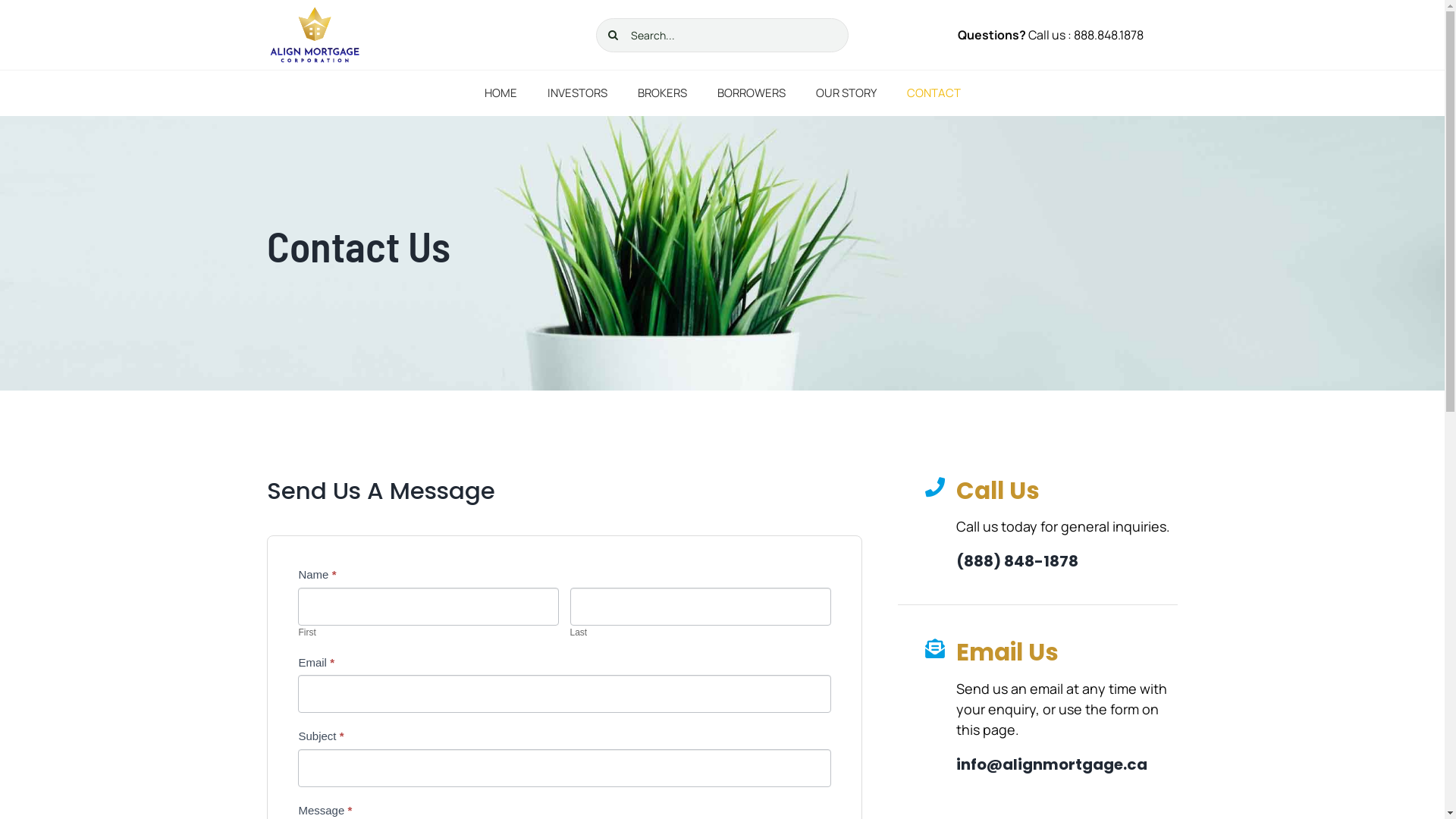  Describe the element at coordinates (661, 93) in the screenshot. I see `'BROKERS'` at that location.